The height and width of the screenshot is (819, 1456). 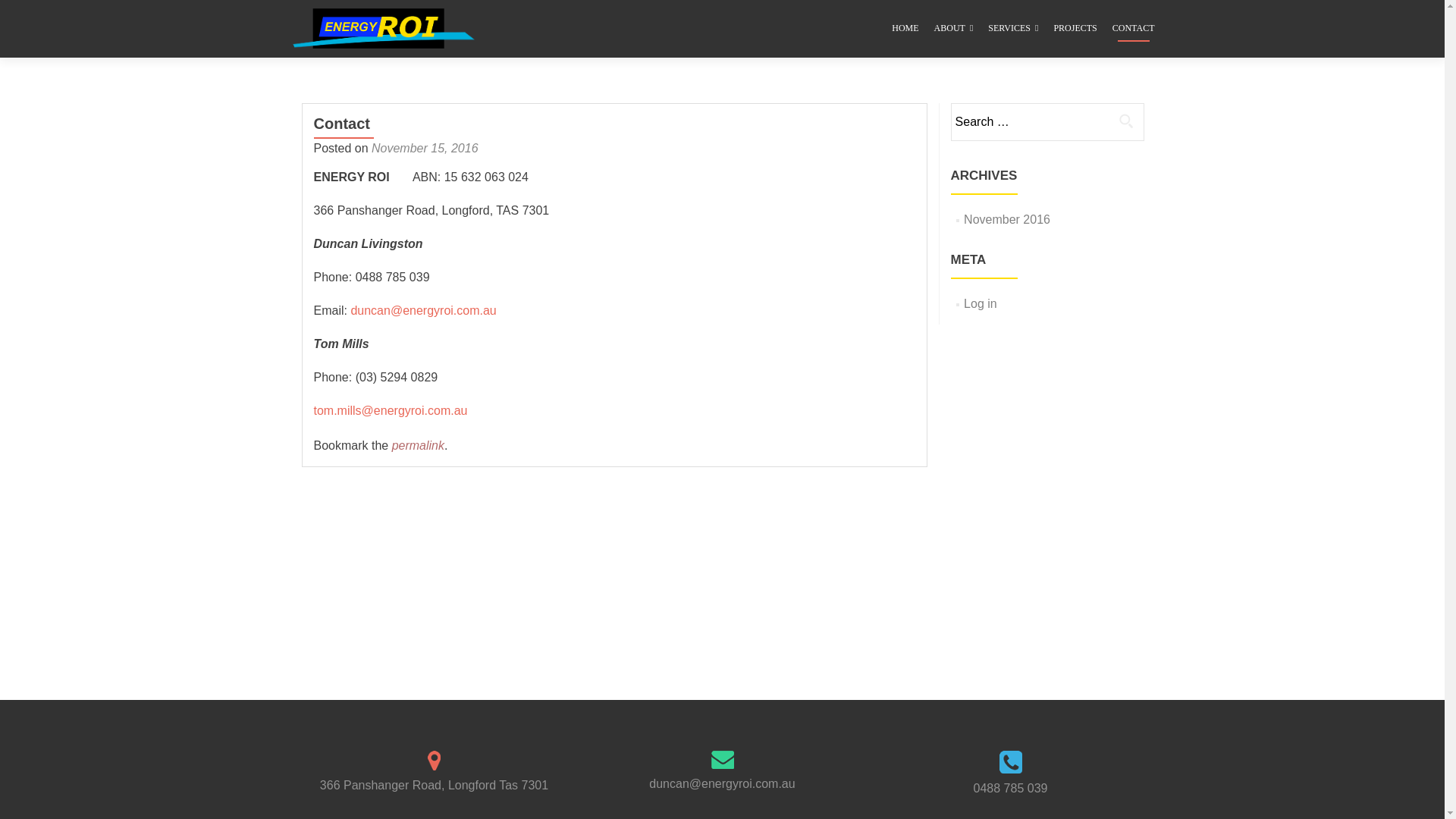 What do you see at coordinates (1133, 28) in the screenshot?
I see `'CONTACT'` at bounding box center [1133, 28].